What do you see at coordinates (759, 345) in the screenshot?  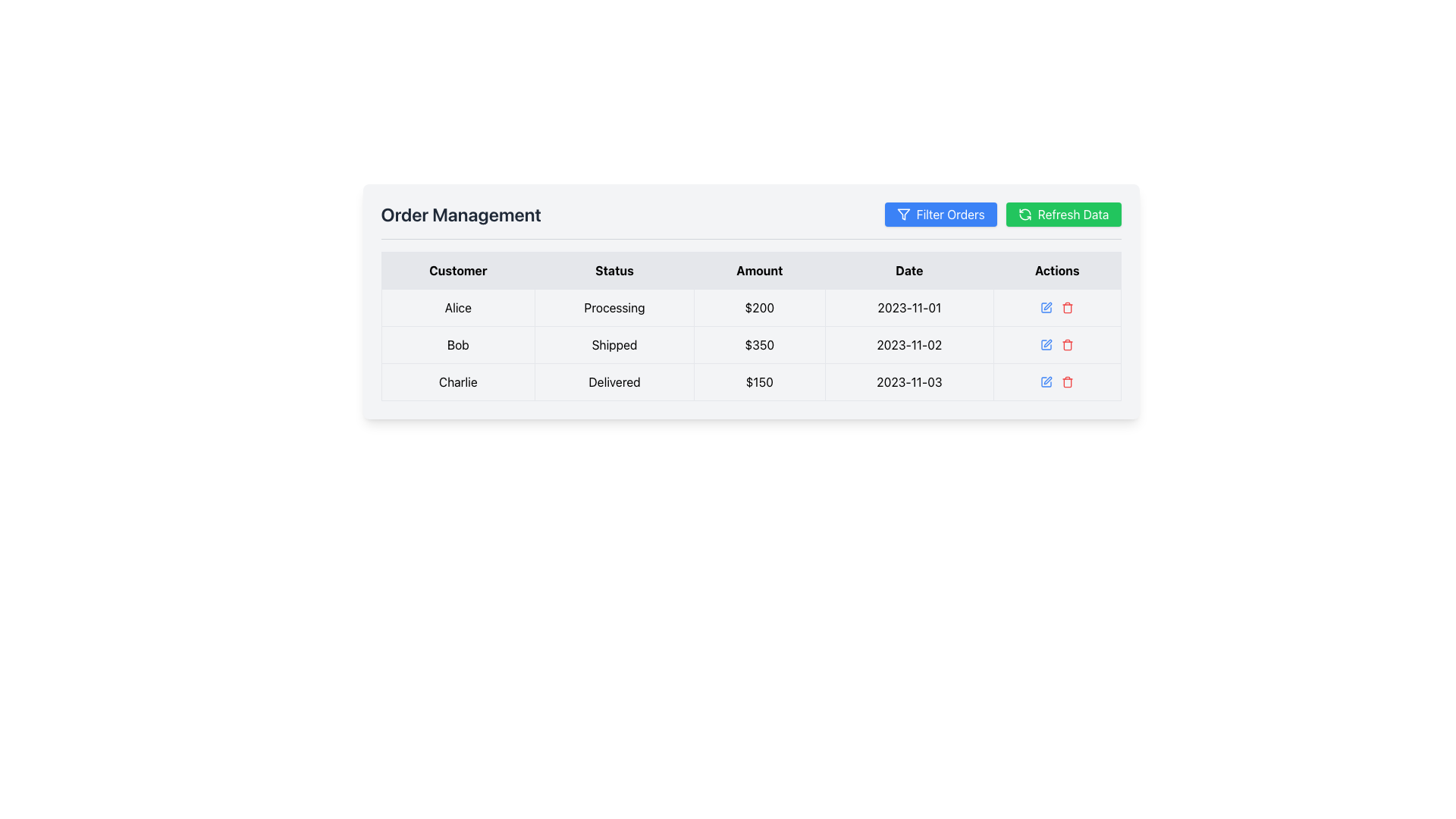 I see `the static text displaying '$350', which is styled with padding and a border, located centrally in the 'Amount' column of Bob's order table` at bounding box center [759, 345].